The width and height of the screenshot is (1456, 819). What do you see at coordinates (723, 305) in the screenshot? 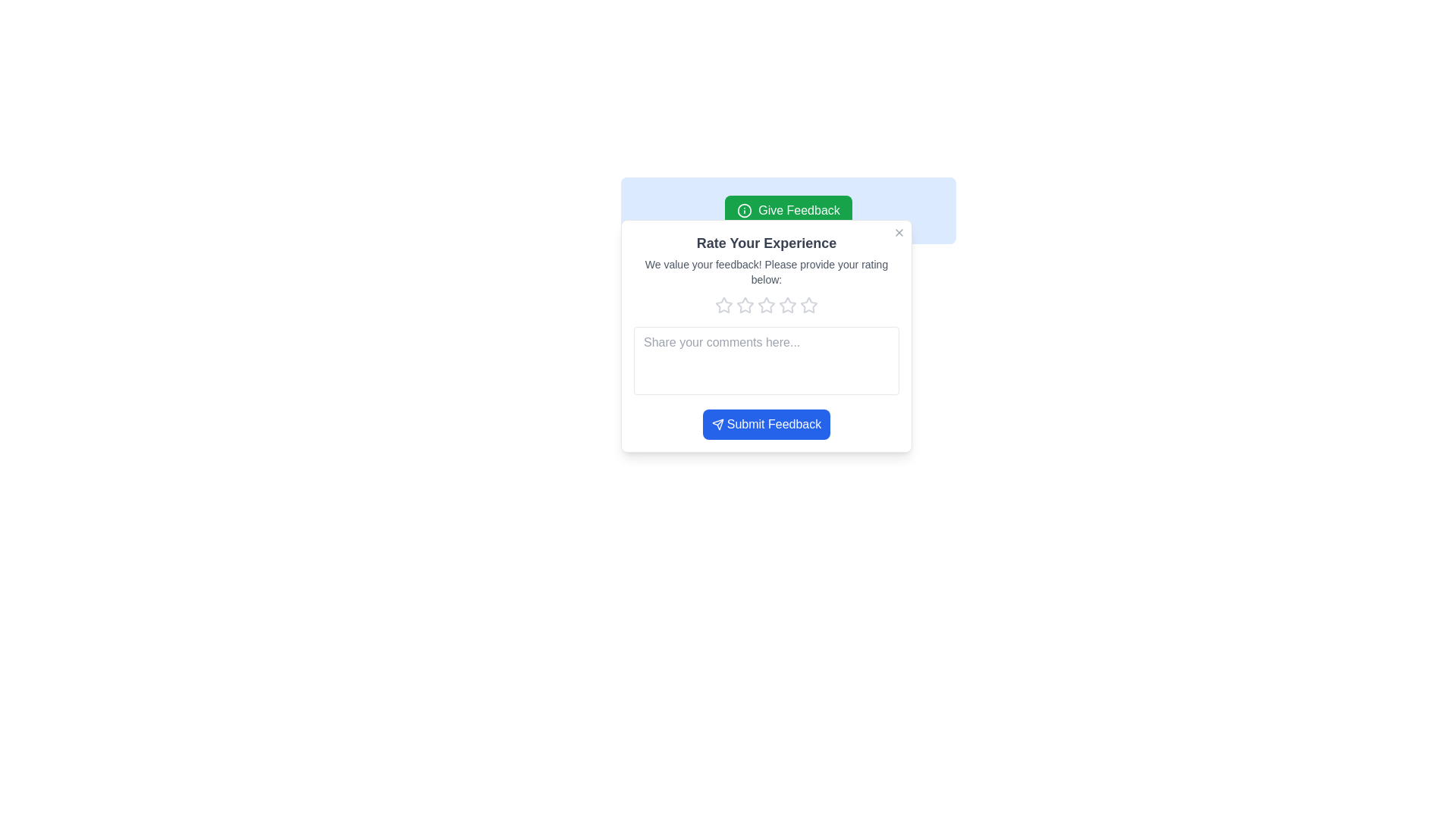
I see `the first star icon in the 'Rate Your Experience' modal` at bounding box center [723, 305].